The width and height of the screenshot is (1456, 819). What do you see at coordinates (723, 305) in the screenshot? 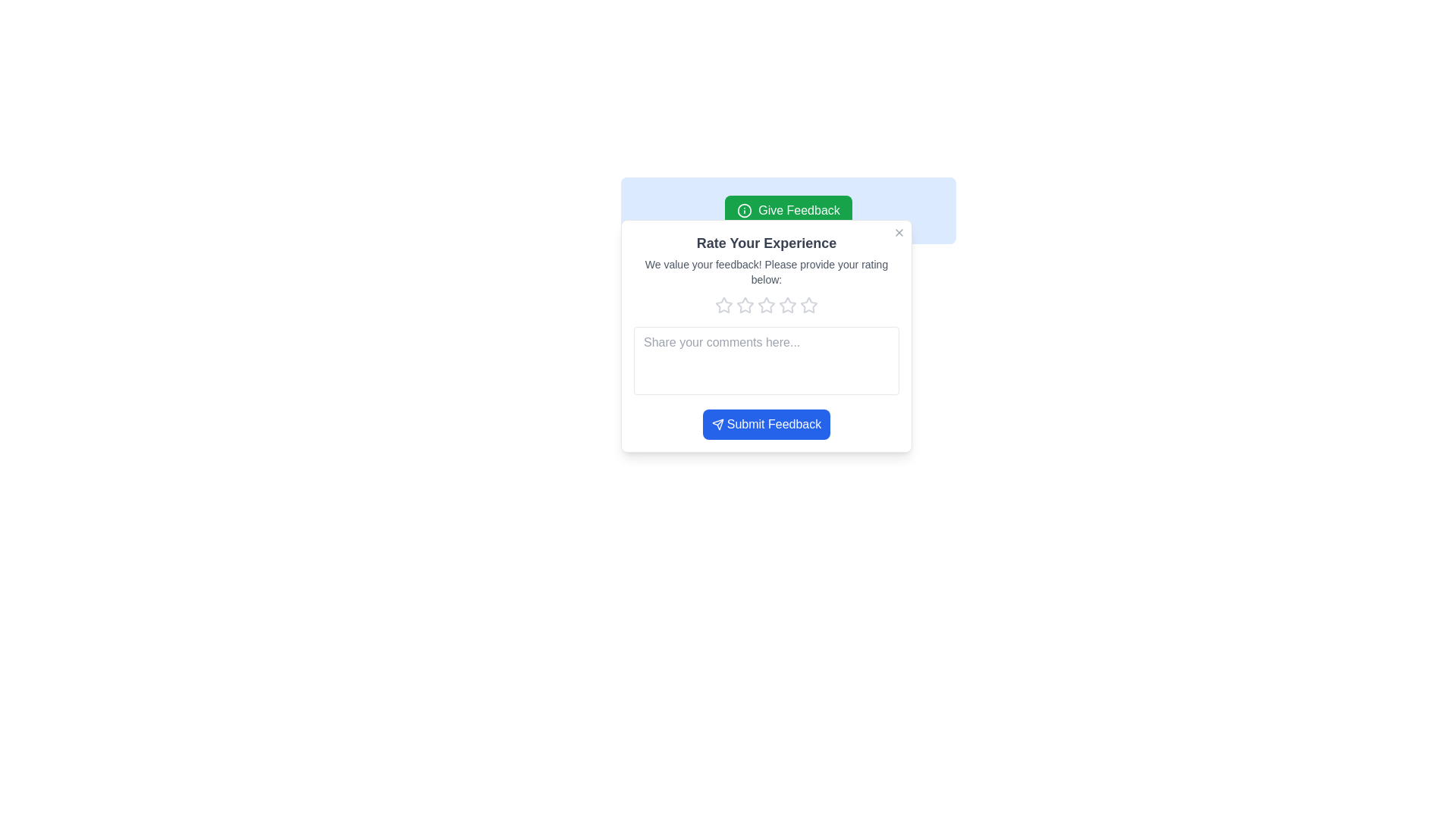
I see `the first star icon in the 'Rate Your Experience' modal` at bounding box center [723, 305].